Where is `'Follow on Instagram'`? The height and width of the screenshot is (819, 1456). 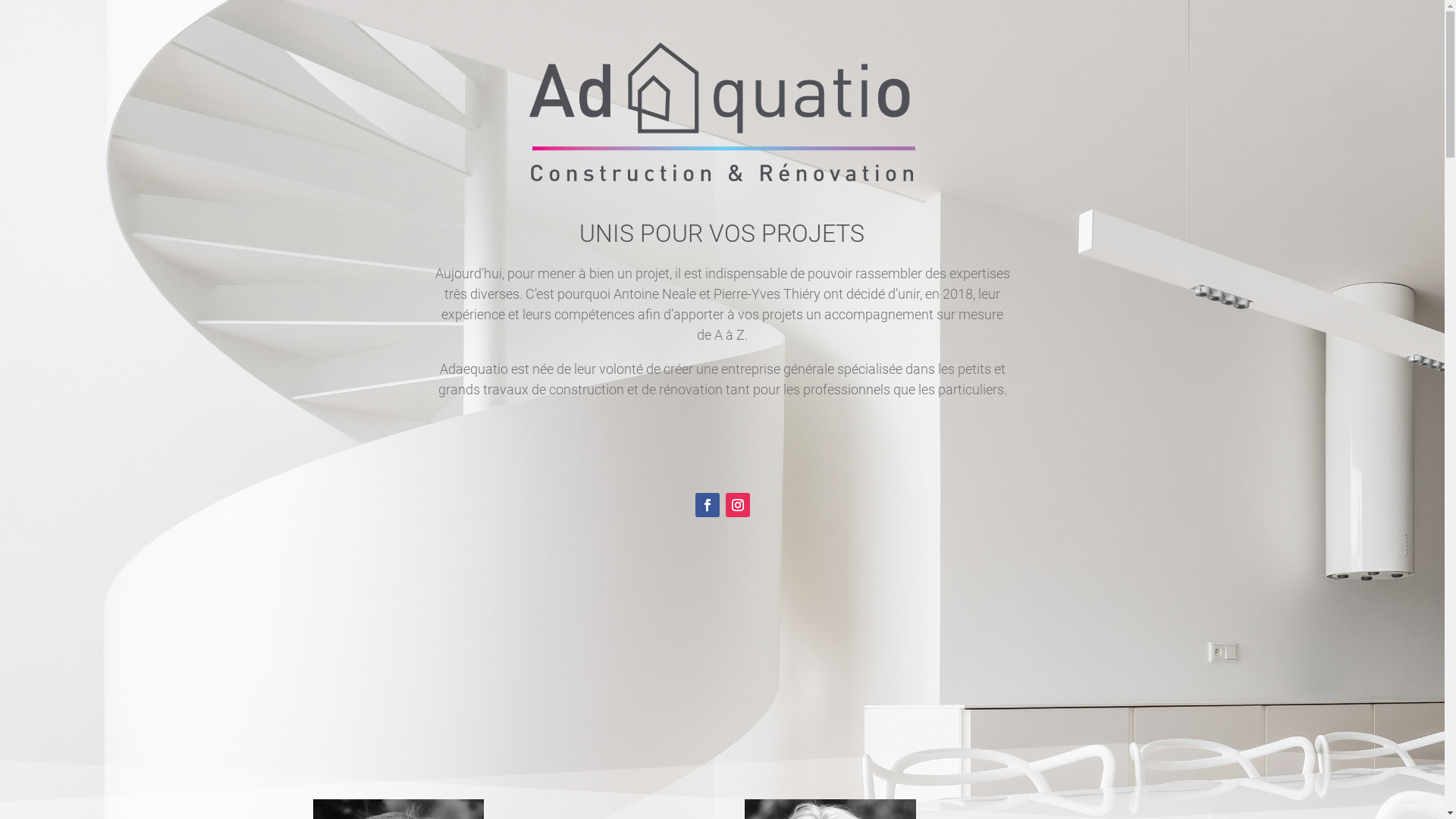
'Follow on Instagram' is located at coordinates (736, 505).